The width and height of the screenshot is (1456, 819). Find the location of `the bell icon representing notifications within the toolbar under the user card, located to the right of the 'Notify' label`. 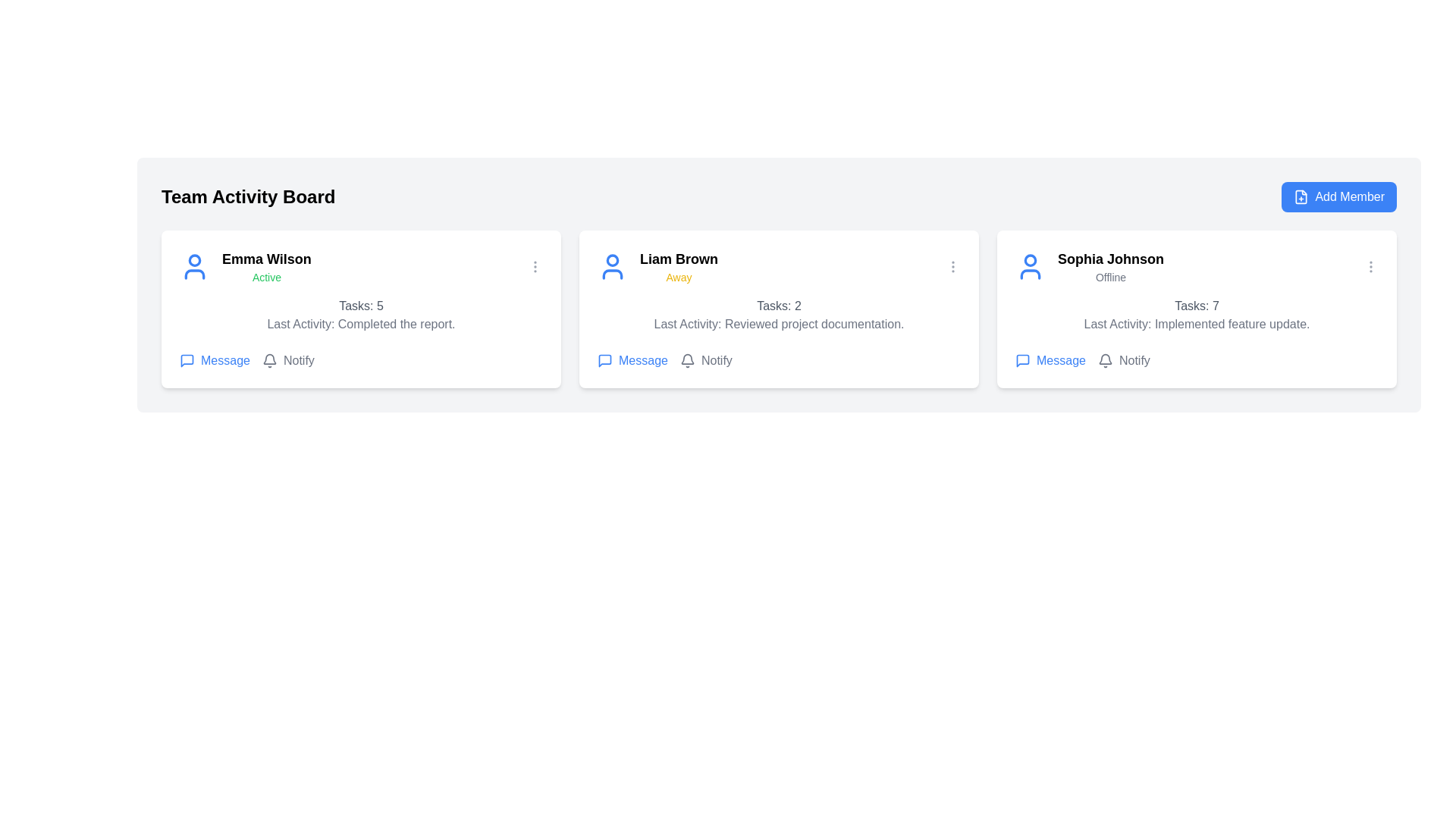

the bell icon representing notifications within the toolbar under the user card, located to the right of the 'Notify' label is located at coordinates (269, 360).